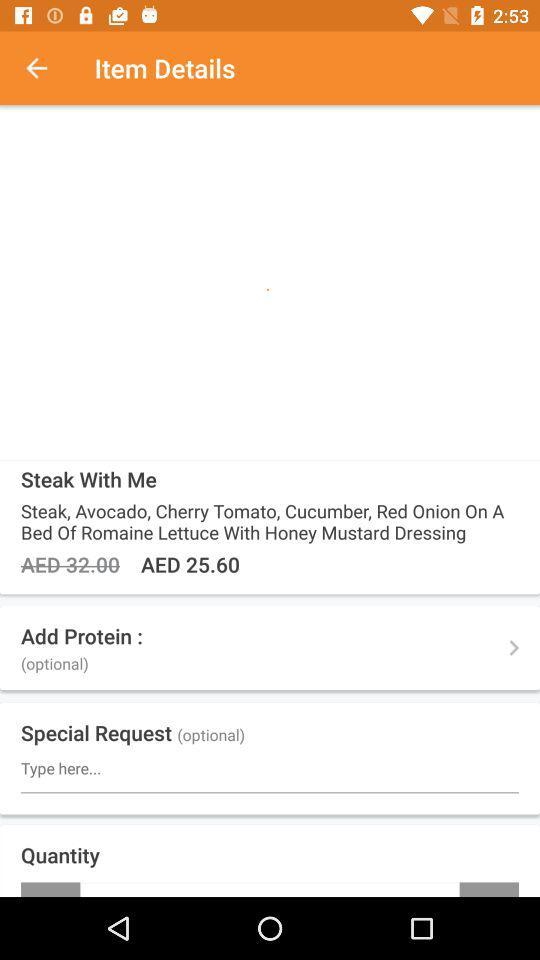  I want to click on icon next to +, so click(50, 888).